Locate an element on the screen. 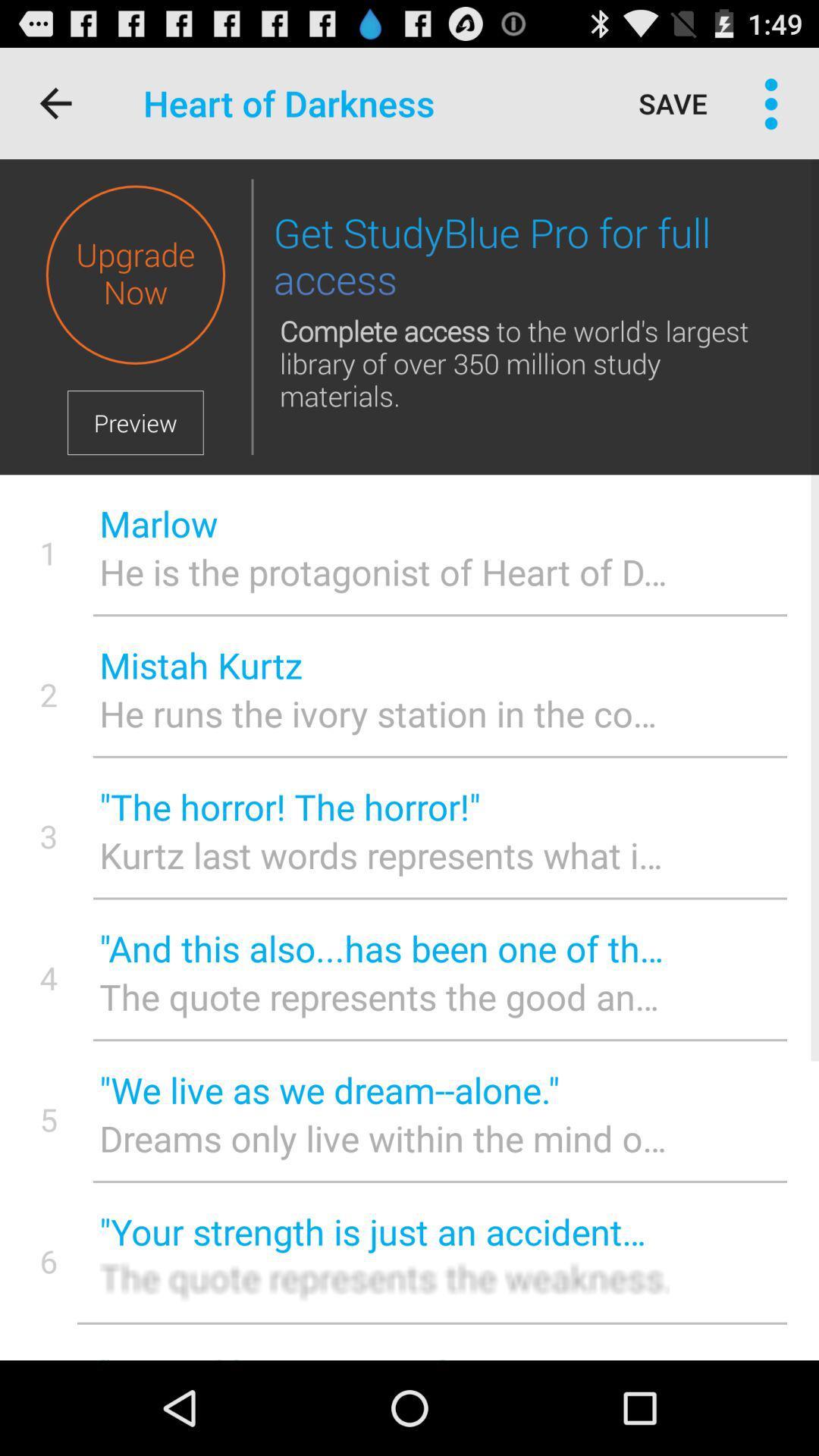 Image resolution: width=819 pixels, height=1456 pixels. the 6 icon is located at coordinates (48, 1260).